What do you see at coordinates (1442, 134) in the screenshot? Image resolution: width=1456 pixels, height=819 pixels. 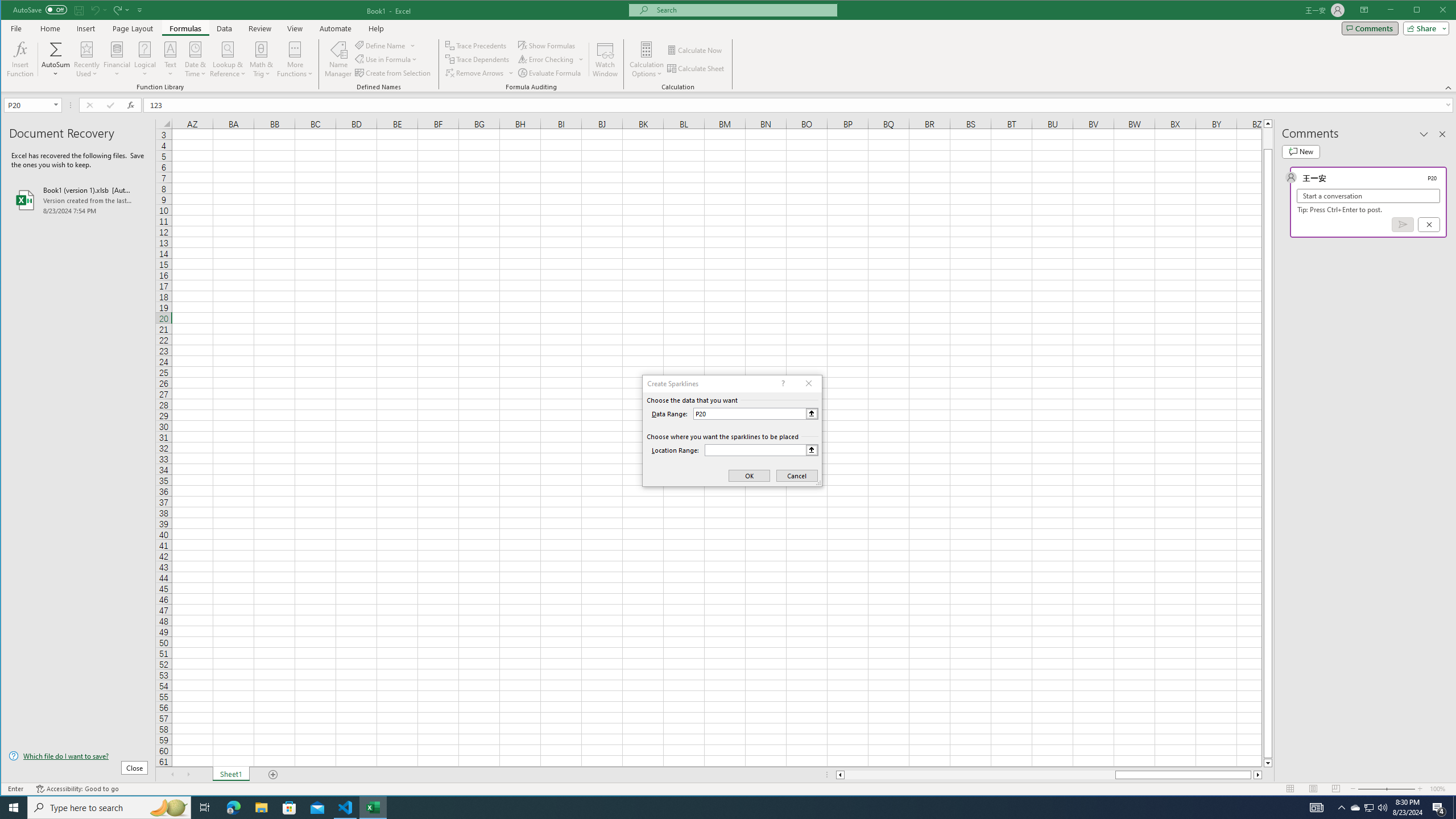 I see `'Close pane'` at bounding box center [1442, 134].